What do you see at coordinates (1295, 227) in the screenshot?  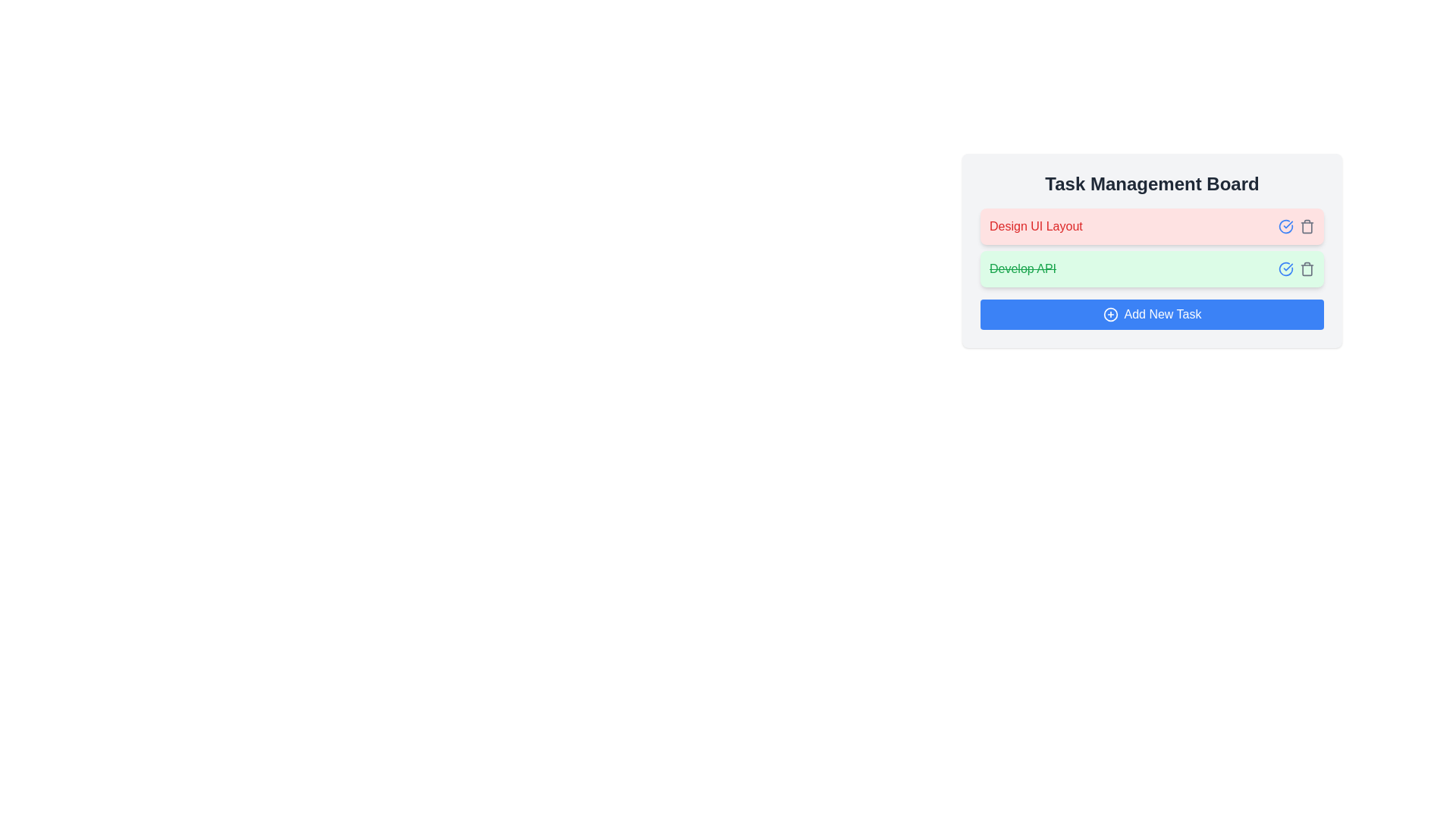 I see `the blue checkmark icon in the top-right corner of the 'Design UI Layout' task card to mark the task as complete` at bounding box center [1295, 227].